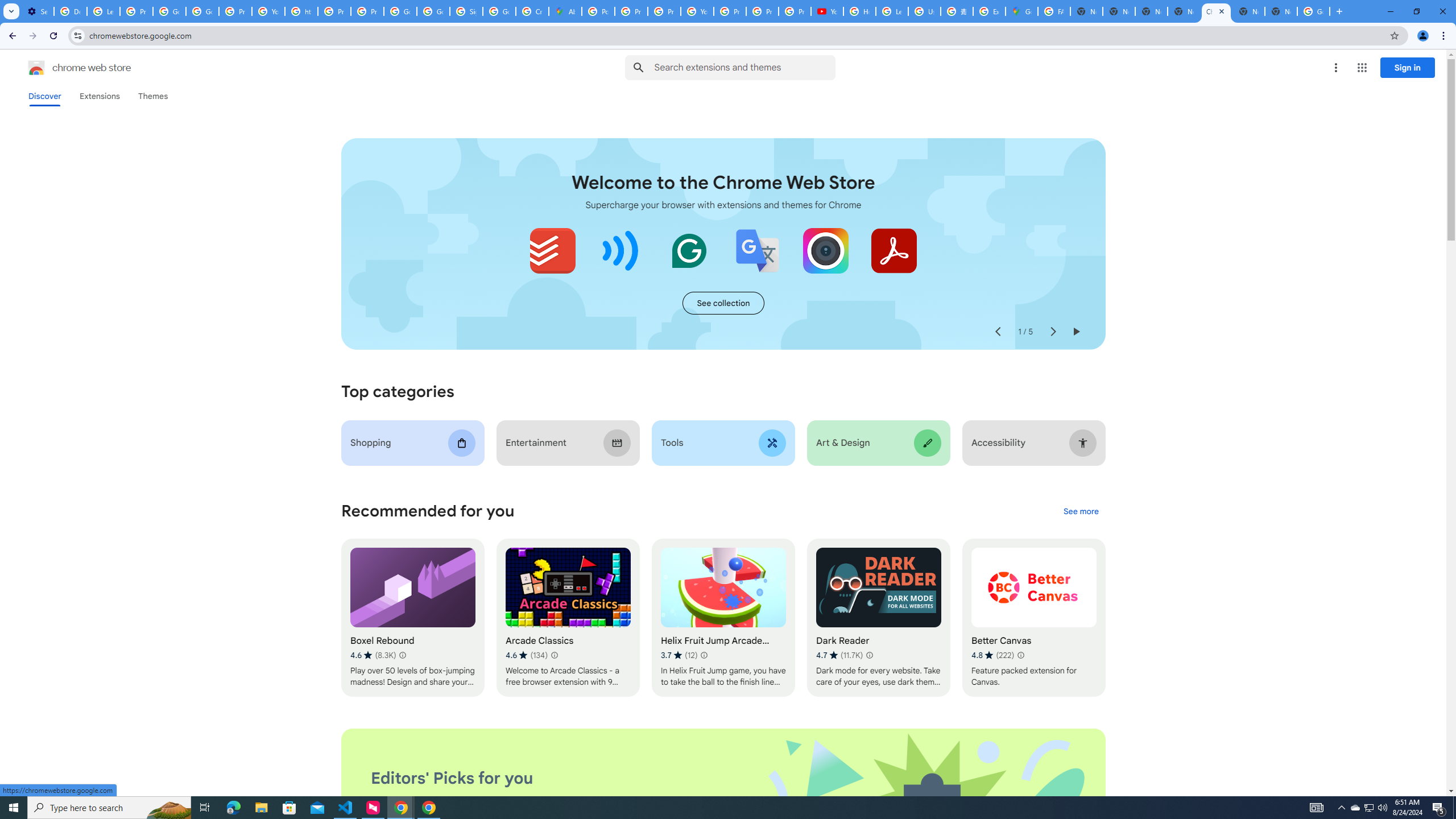 The height and width of the screenshot is (819, 1456). Describe the element at coordinates (568, 442) in the screenshot. I see `'Entertainment'` at that location.